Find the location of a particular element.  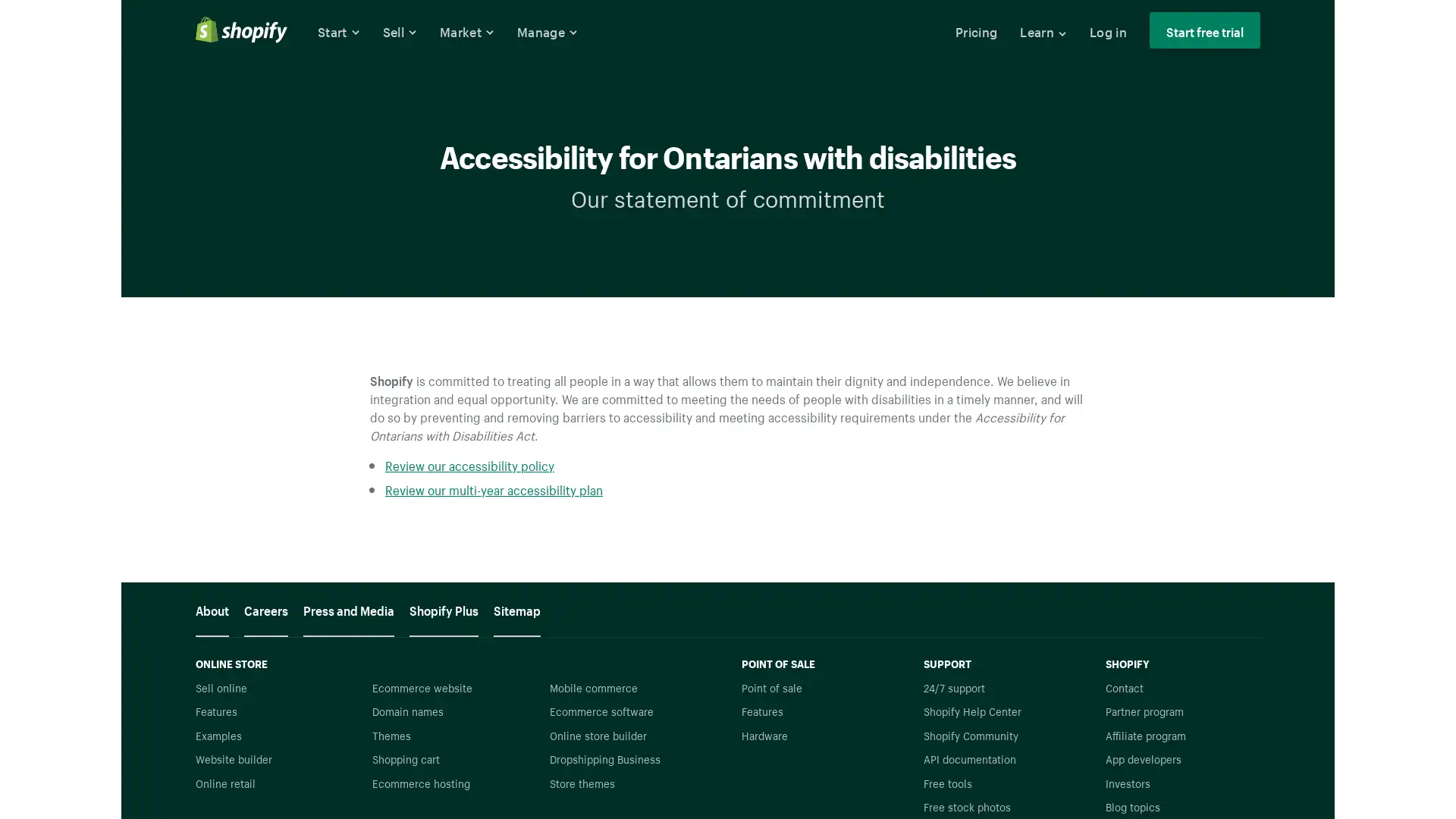

Start free trial is located at coordinates (1203, 30).